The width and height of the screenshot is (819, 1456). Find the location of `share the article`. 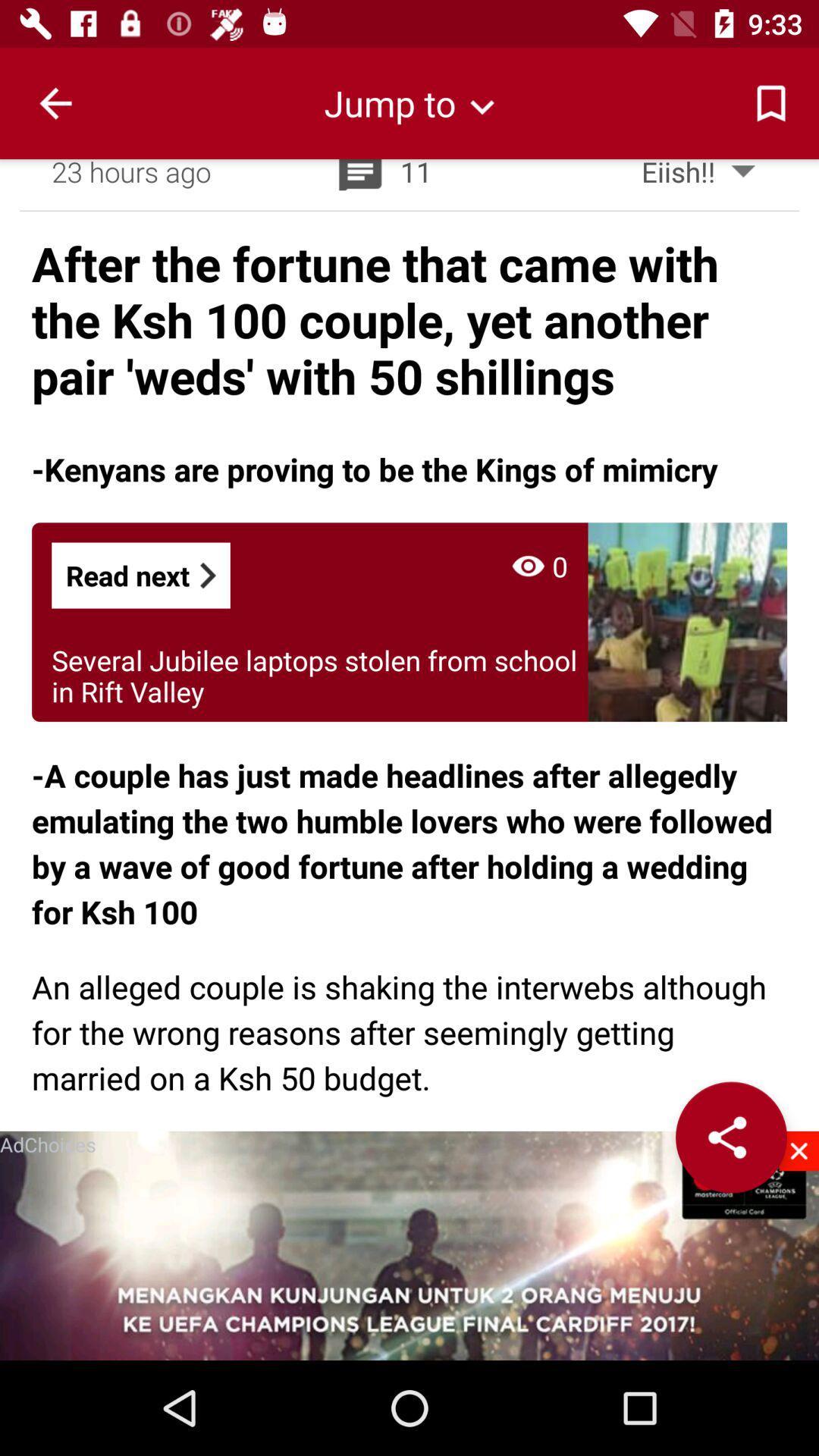

share the article is located at coordinates (730, 1137).